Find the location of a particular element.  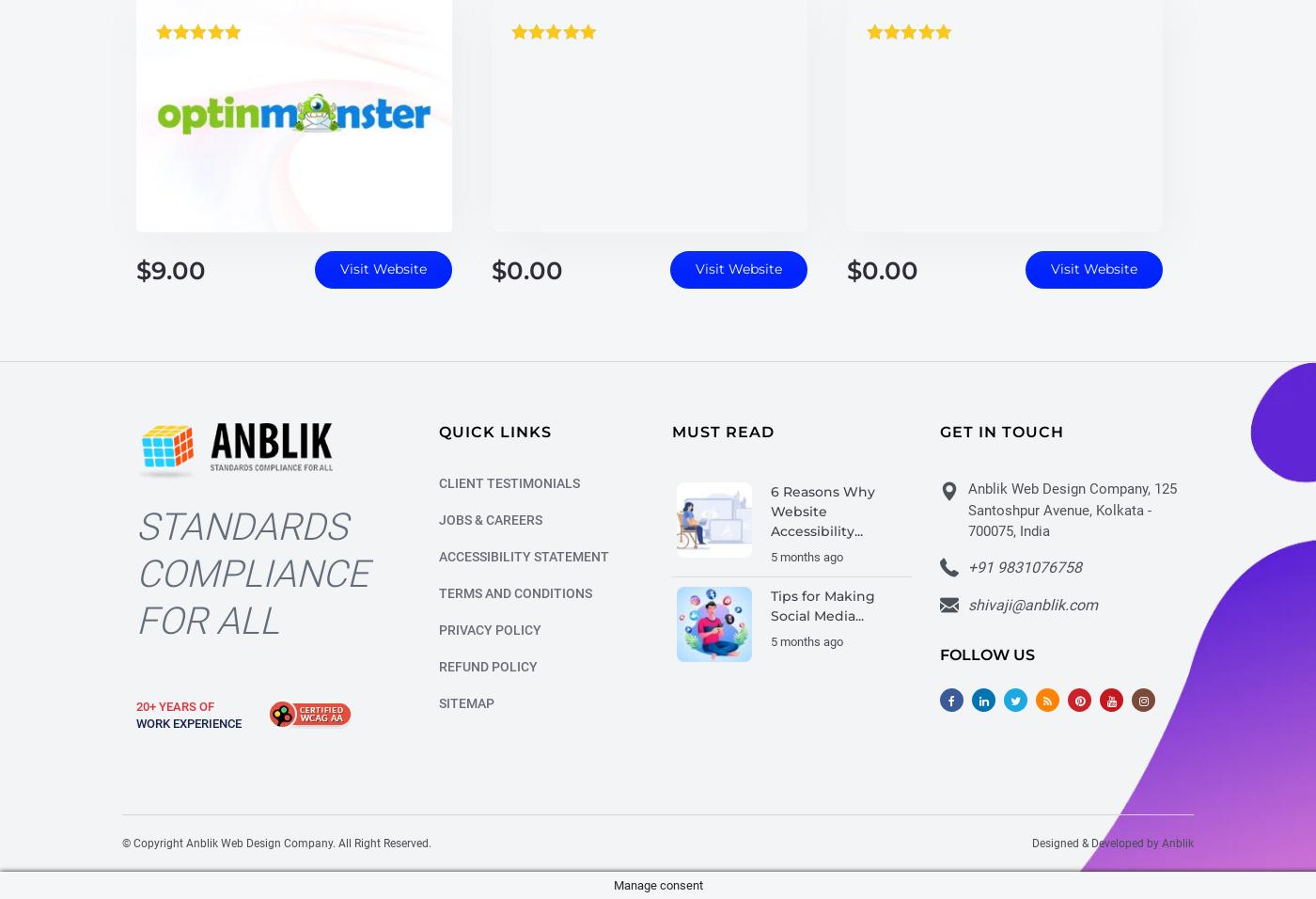

'Must Read' is located at coordinates (723, 434).